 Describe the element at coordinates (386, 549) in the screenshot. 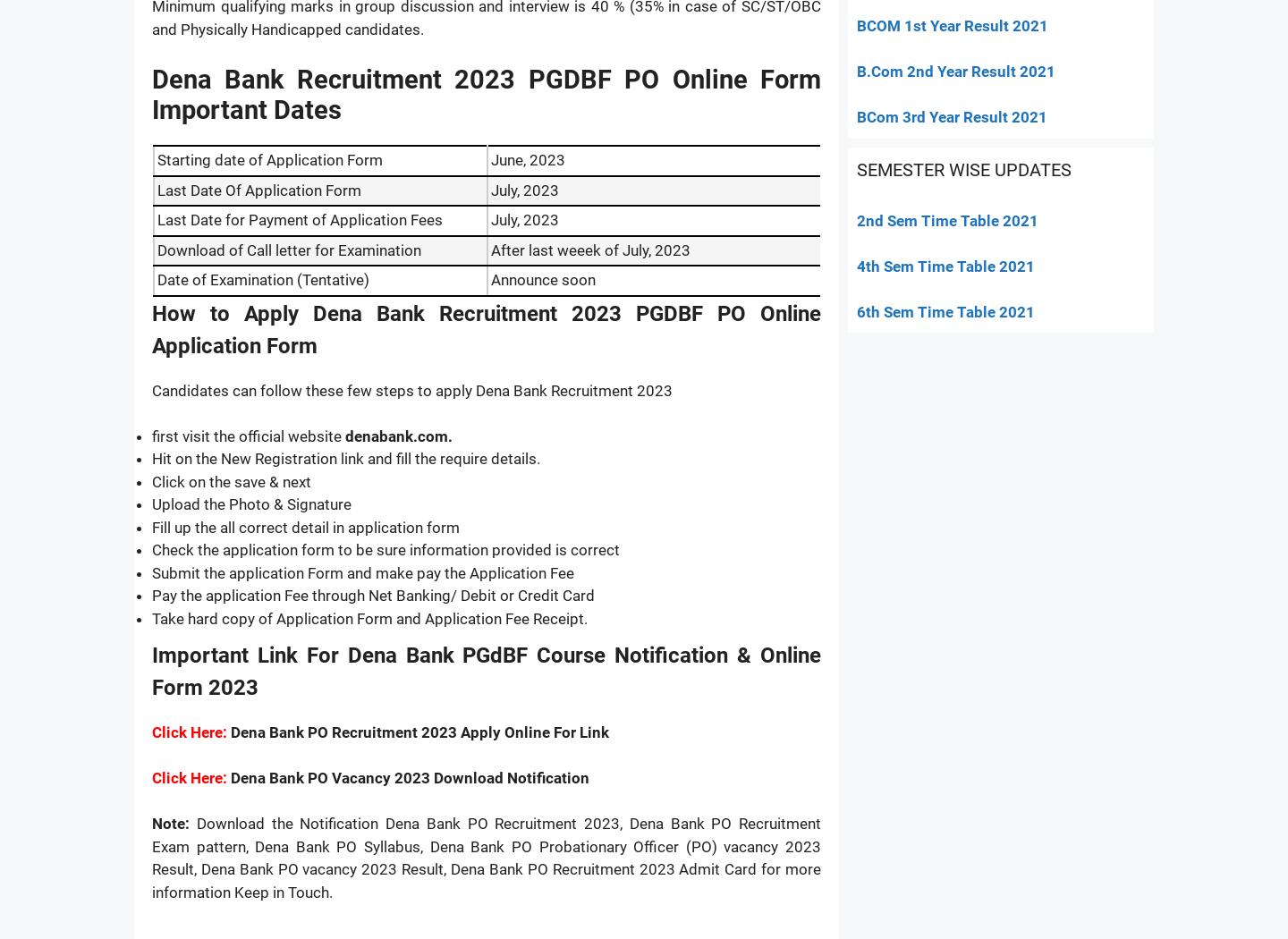

I see `'Check the application form to be sure information provided is correct'` at that location.